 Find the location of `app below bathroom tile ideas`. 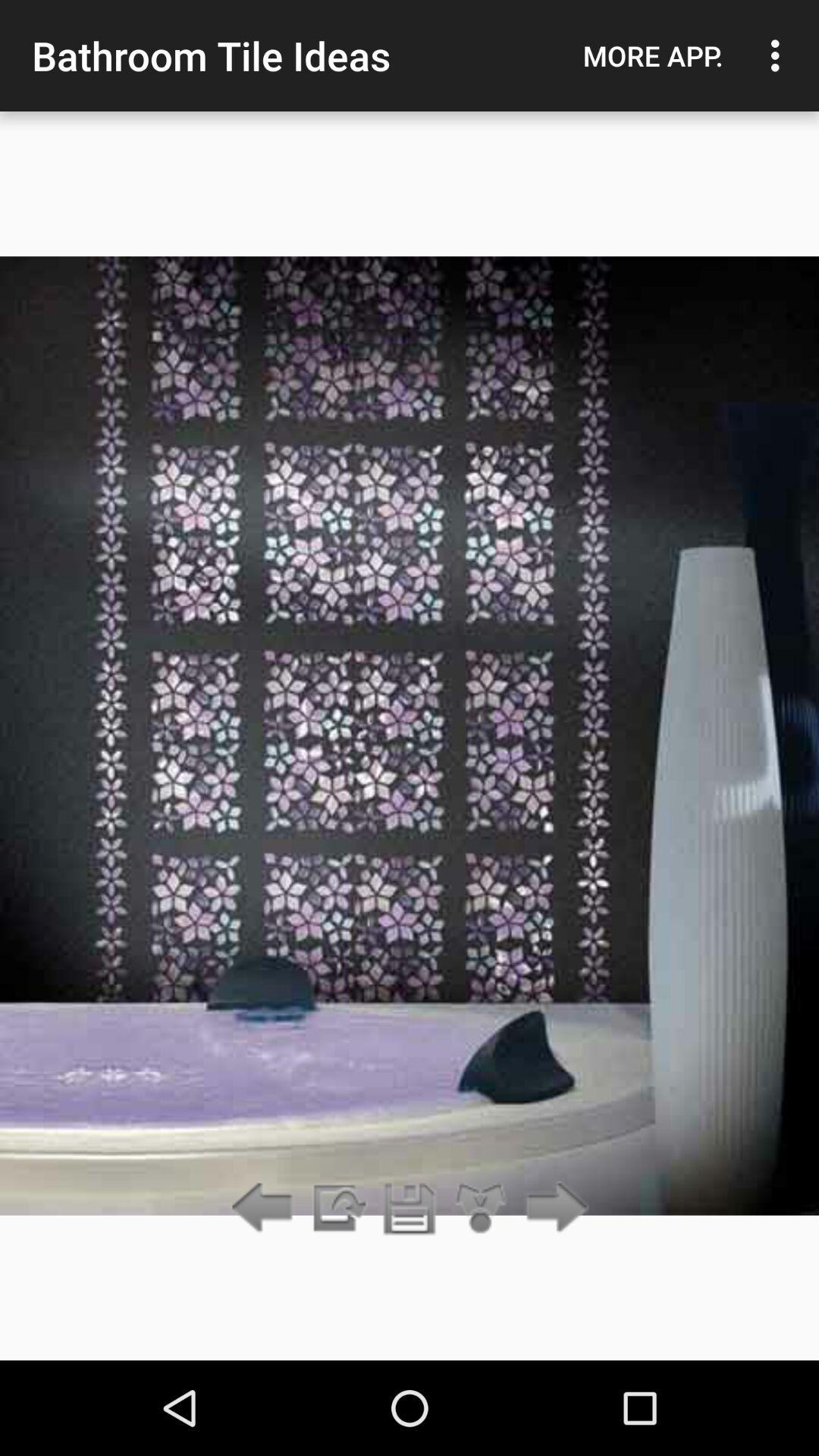

app below bathroom tile ideas is located at coordinates (337, 1208).